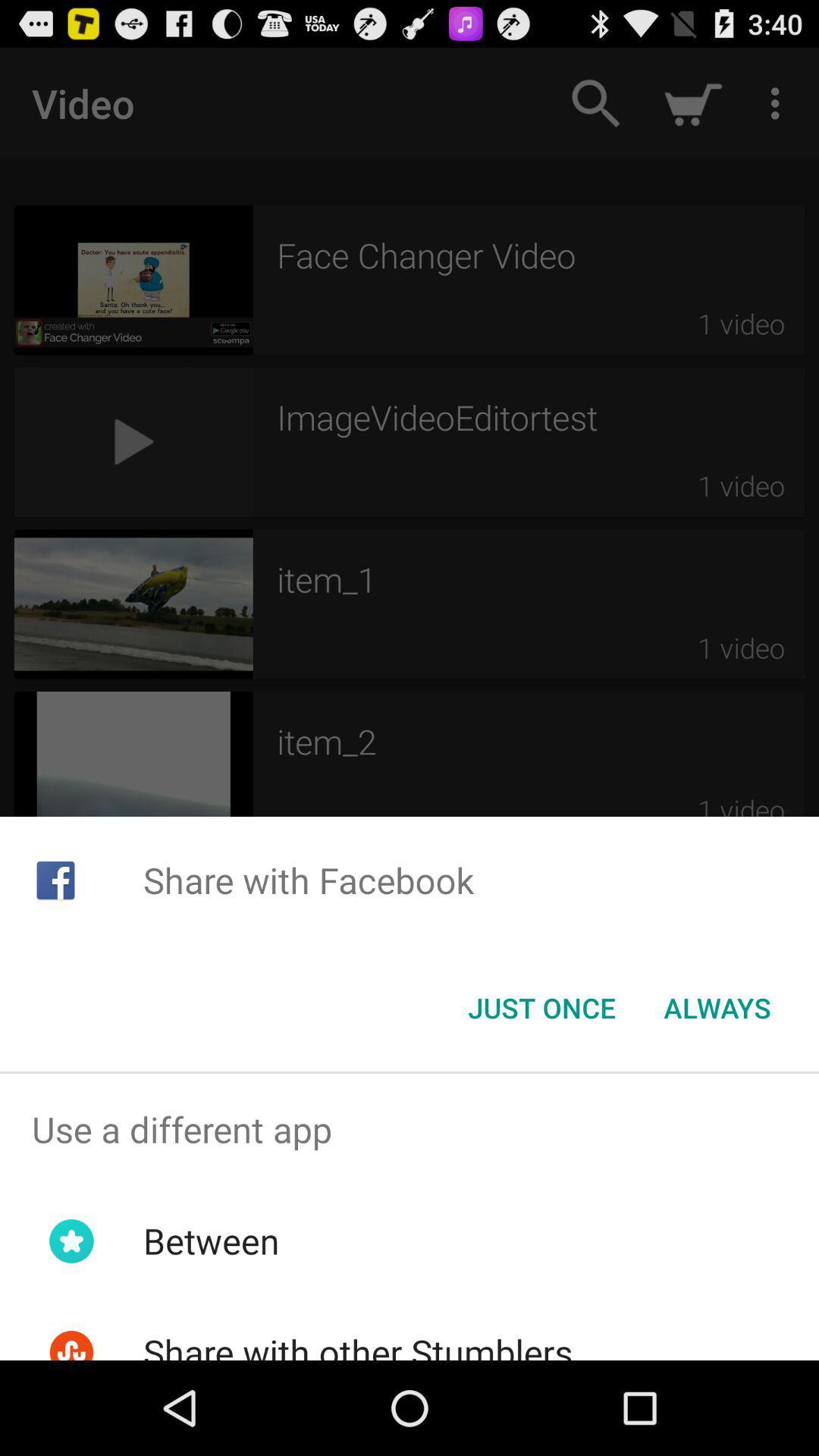 The height and width of the screenshot is (1456, 819). I want to click on icon below the share with facebook app, so click(717, 1008).